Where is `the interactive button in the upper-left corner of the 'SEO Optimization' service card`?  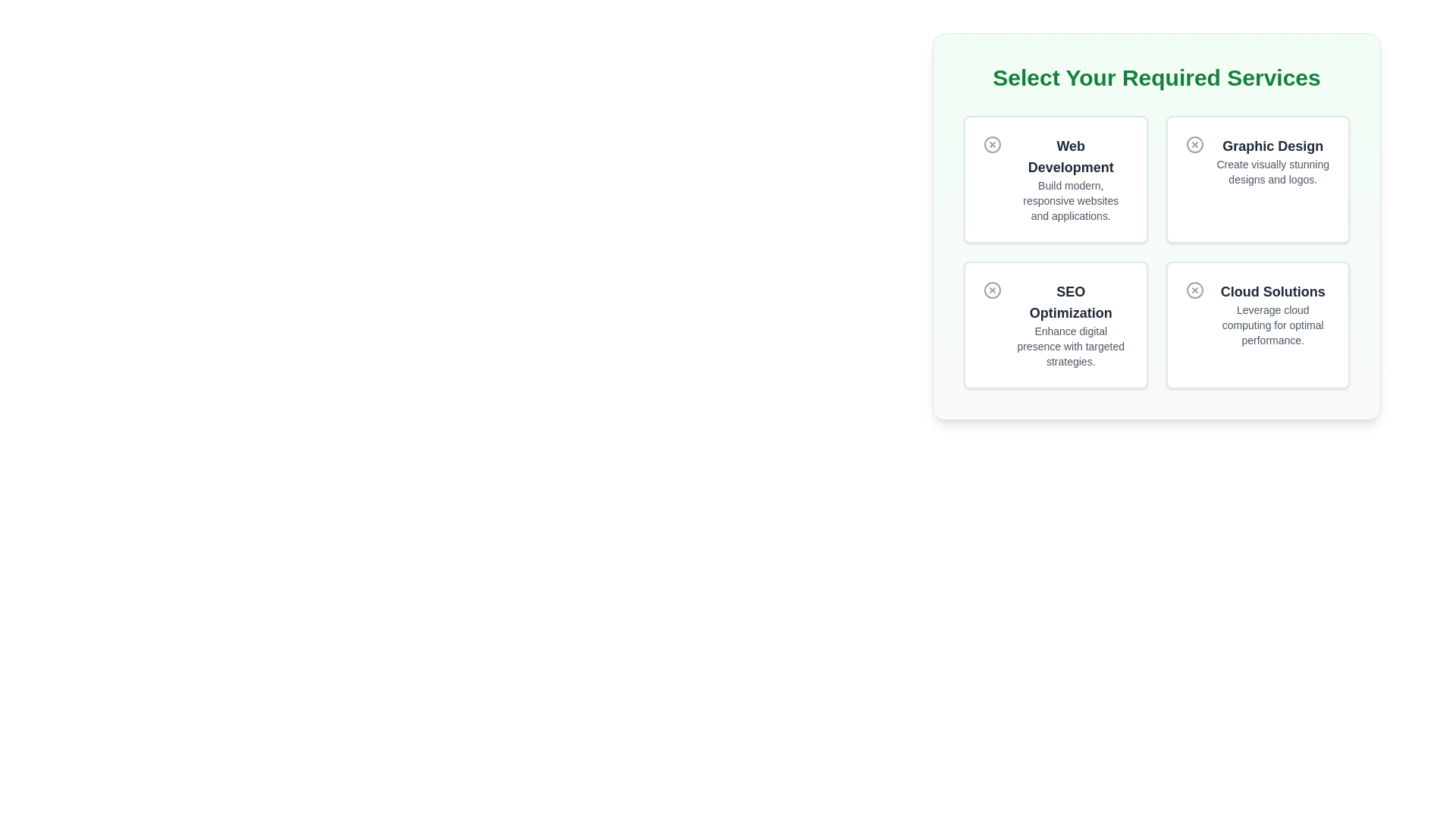
the interactive button in the upper-left corner of the 'SEO Optimization' service card is located at coordinates (993, 290).